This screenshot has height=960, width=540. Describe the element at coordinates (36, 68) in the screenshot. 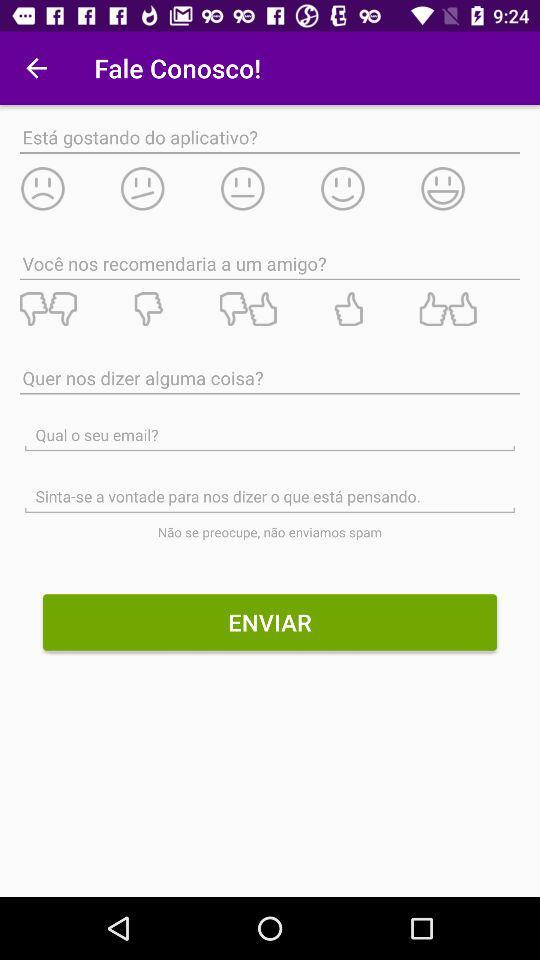

I see `app next to the fale conosco! icon` at that location.